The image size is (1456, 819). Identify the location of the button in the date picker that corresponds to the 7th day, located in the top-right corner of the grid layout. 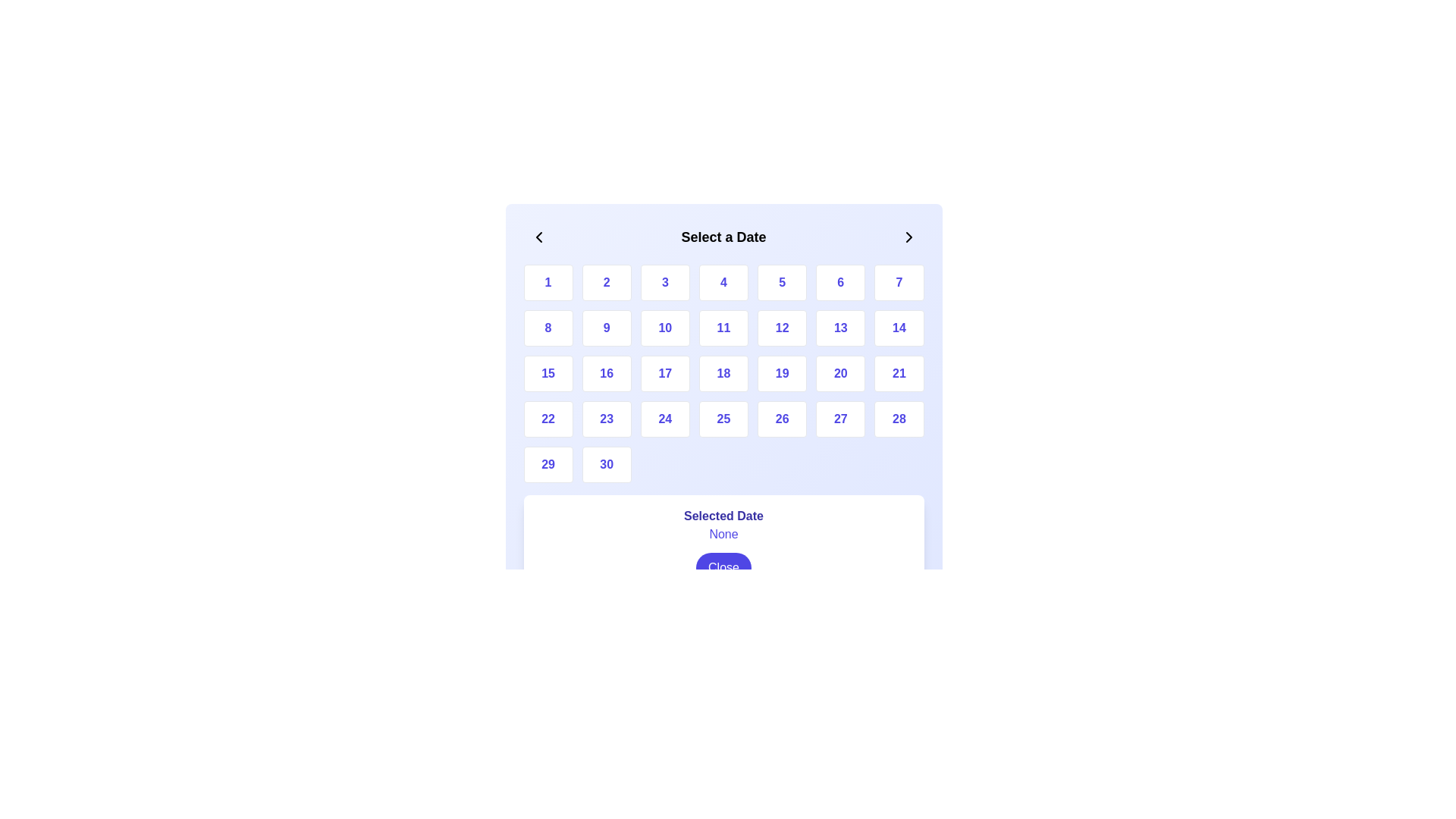
(899, 283).